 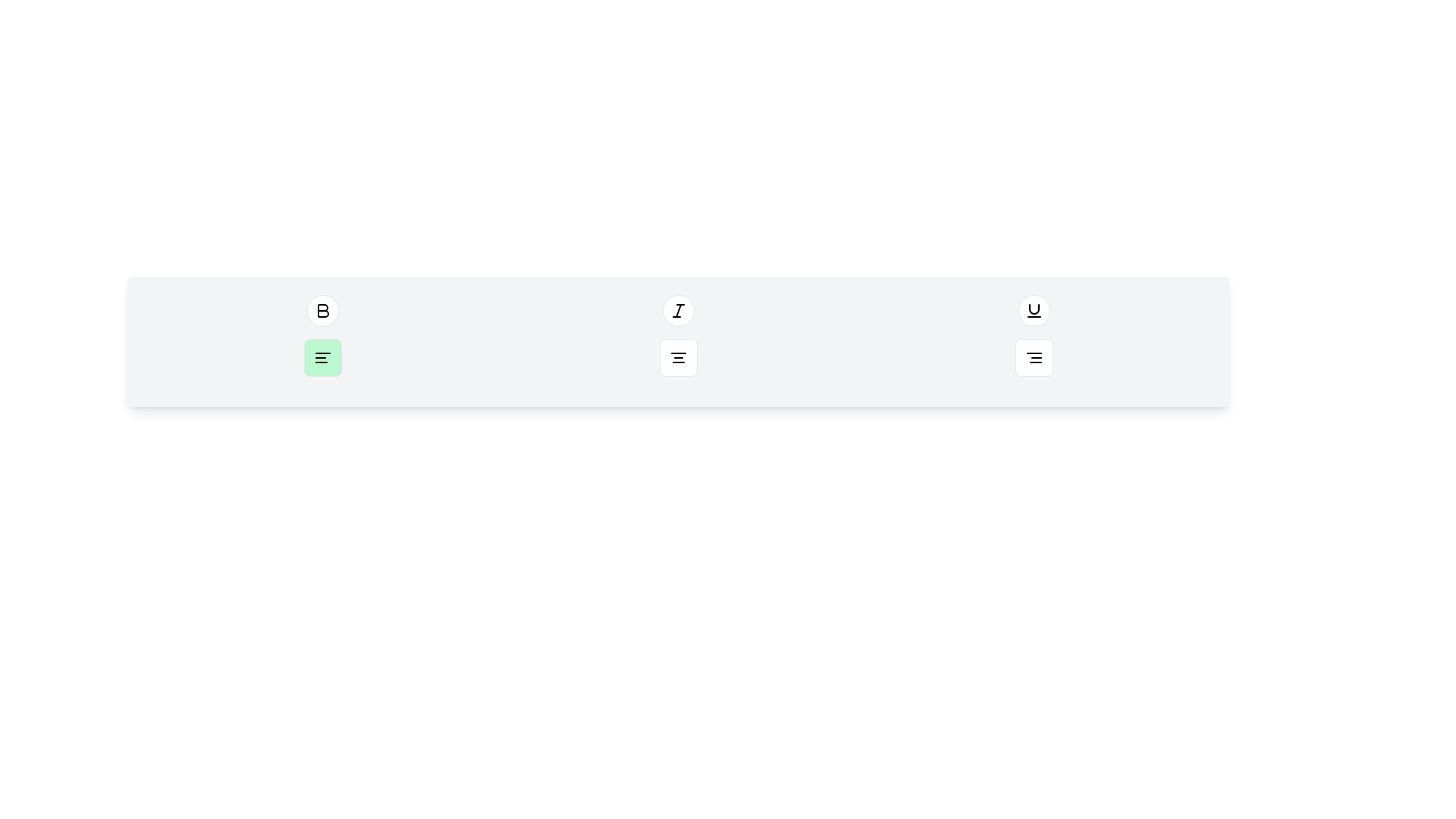 I want to click on the alignment (center) icon button, which is the second button in the horizontal group located beneath the italicized 'I' symbol button, to align selected content to the center, so click(x=677, y=357).